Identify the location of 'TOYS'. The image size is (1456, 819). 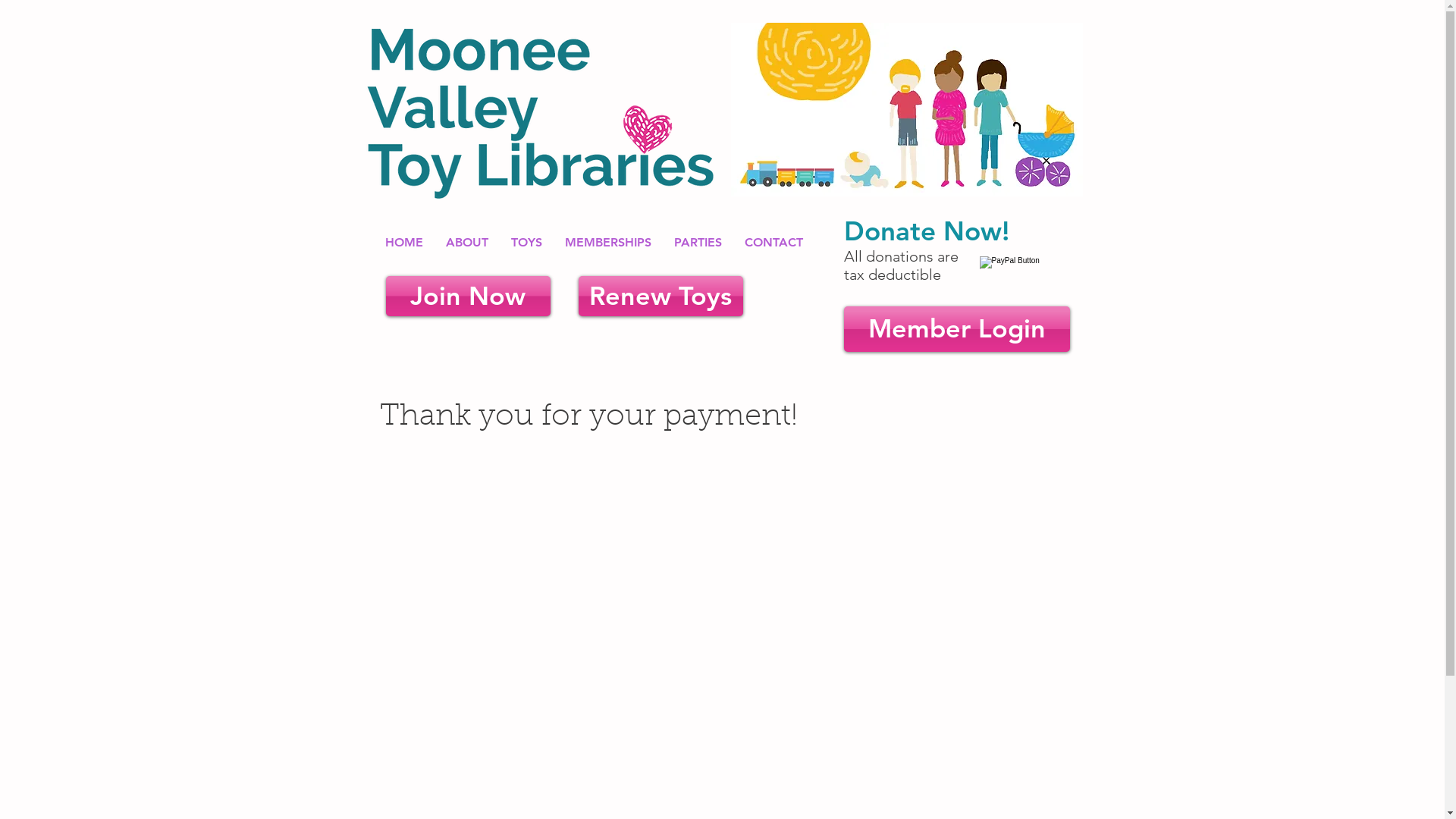
(526, 241).